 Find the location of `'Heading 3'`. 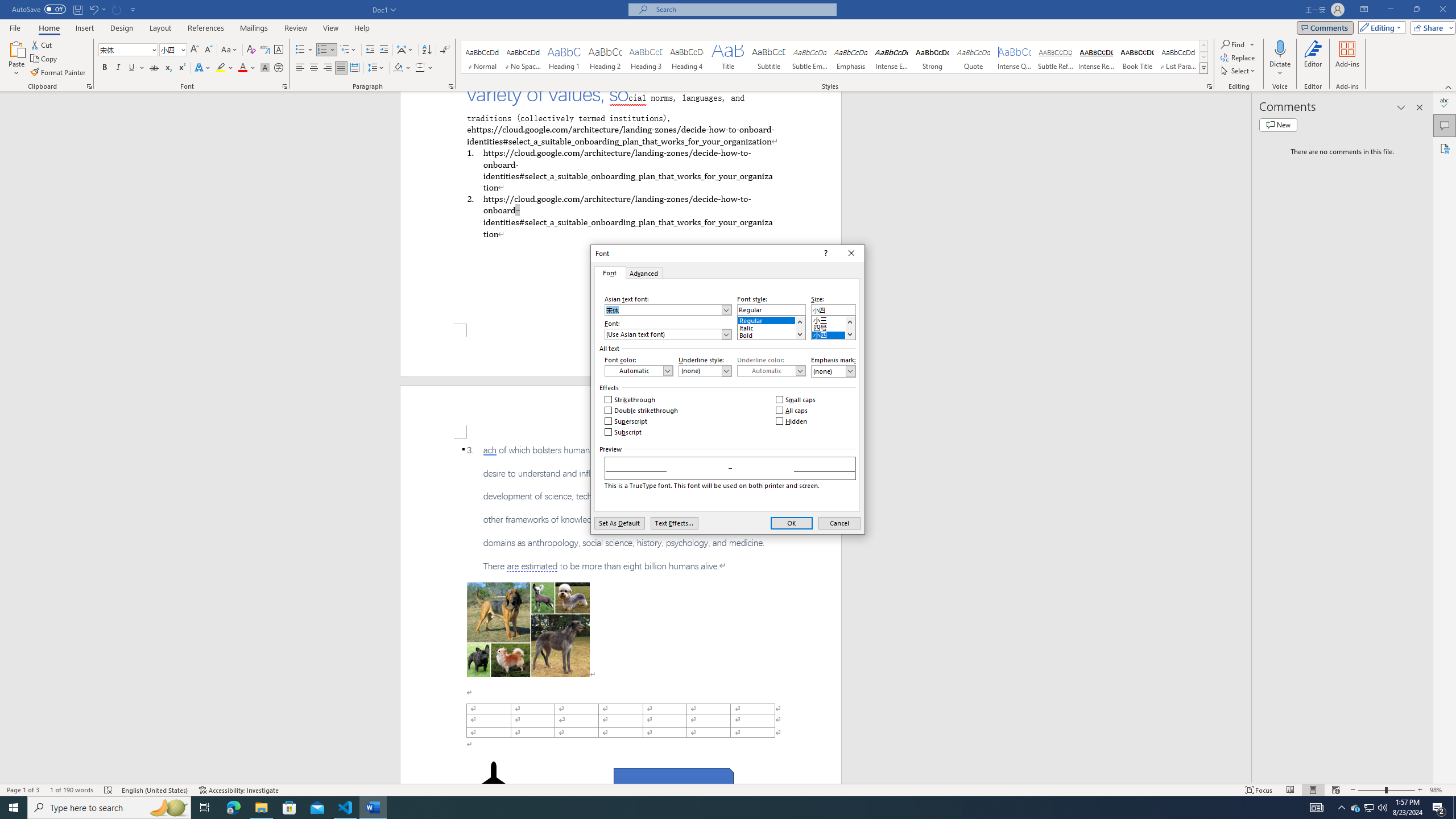

'Heading 3' is located at coordinates (646, 56).